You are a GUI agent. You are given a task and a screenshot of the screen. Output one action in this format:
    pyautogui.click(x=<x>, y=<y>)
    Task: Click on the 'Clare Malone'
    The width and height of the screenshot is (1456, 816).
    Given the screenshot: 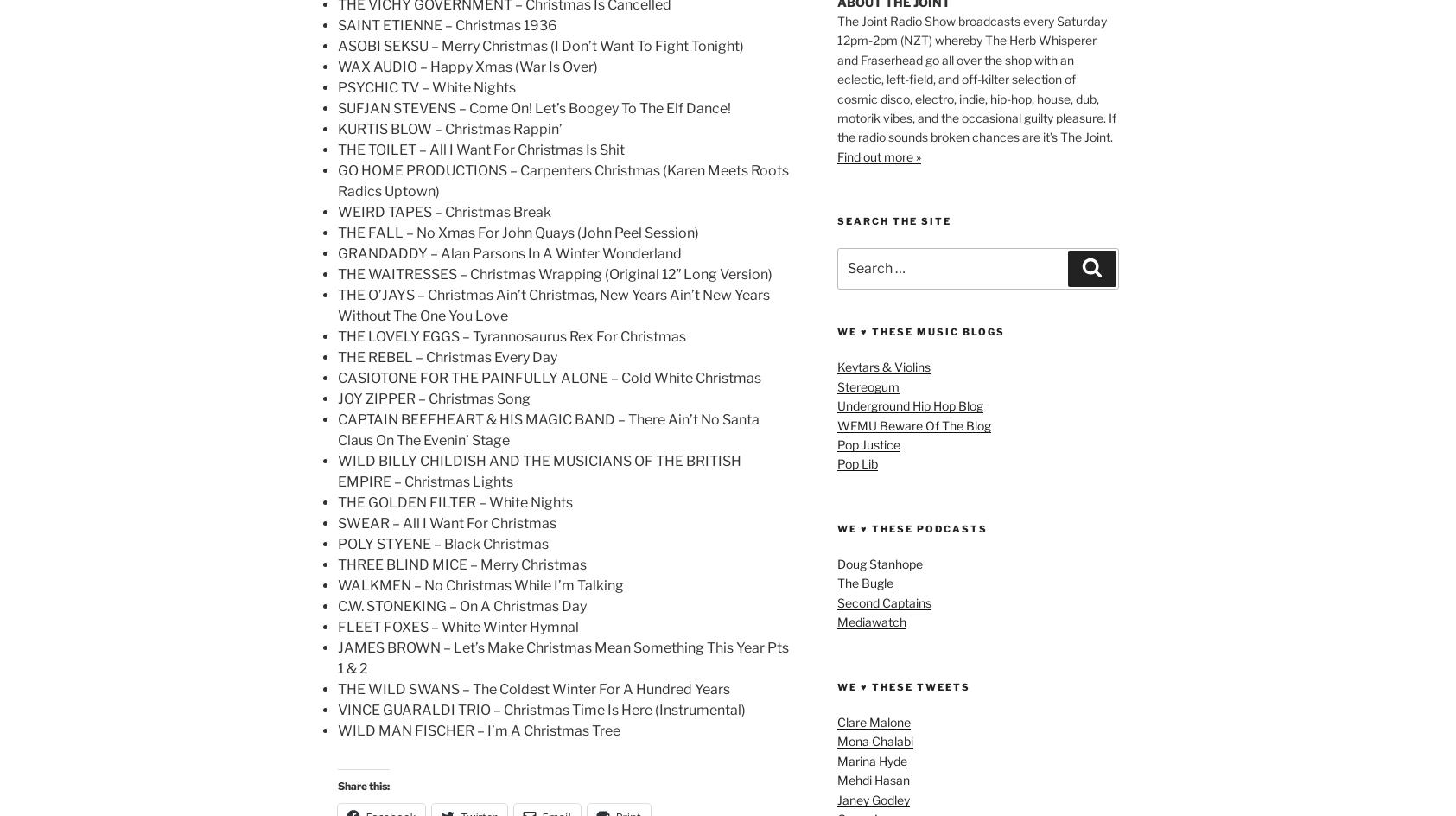 What is the action you would take?
    pyautogui.click(x=874, y=722)
    